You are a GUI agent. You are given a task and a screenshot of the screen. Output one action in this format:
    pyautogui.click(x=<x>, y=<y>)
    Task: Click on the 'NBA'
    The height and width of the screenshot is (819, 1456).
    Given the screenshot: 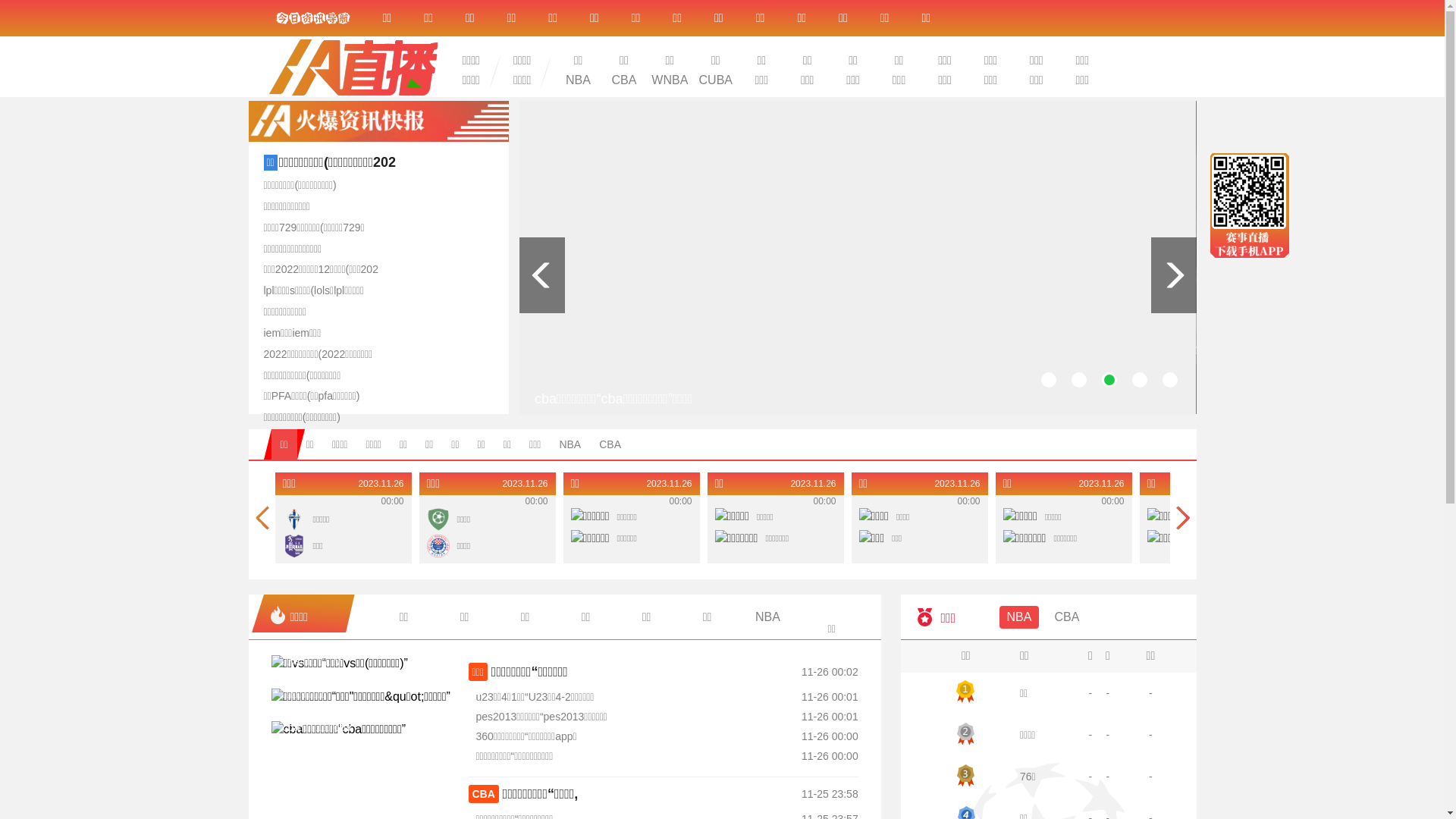 What is the action you would take?
    pyautogui.click(x=577, y=80)
    